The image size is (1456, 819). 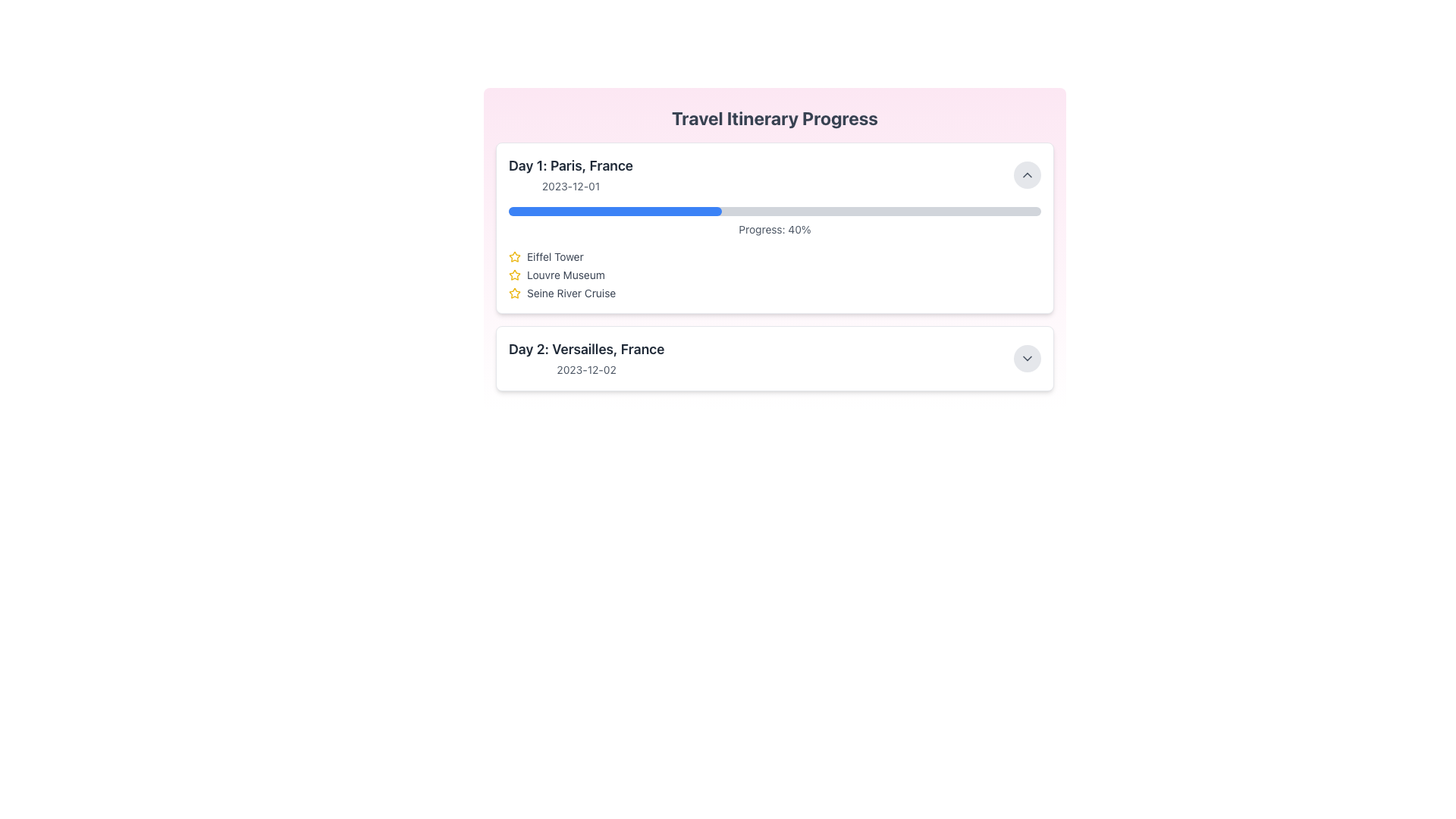 I want to click on the first star icon to the left of the text 'Eiffel Tower' in the list of 'Day 1: Paris, France' activities, so click(x=514, y=256).